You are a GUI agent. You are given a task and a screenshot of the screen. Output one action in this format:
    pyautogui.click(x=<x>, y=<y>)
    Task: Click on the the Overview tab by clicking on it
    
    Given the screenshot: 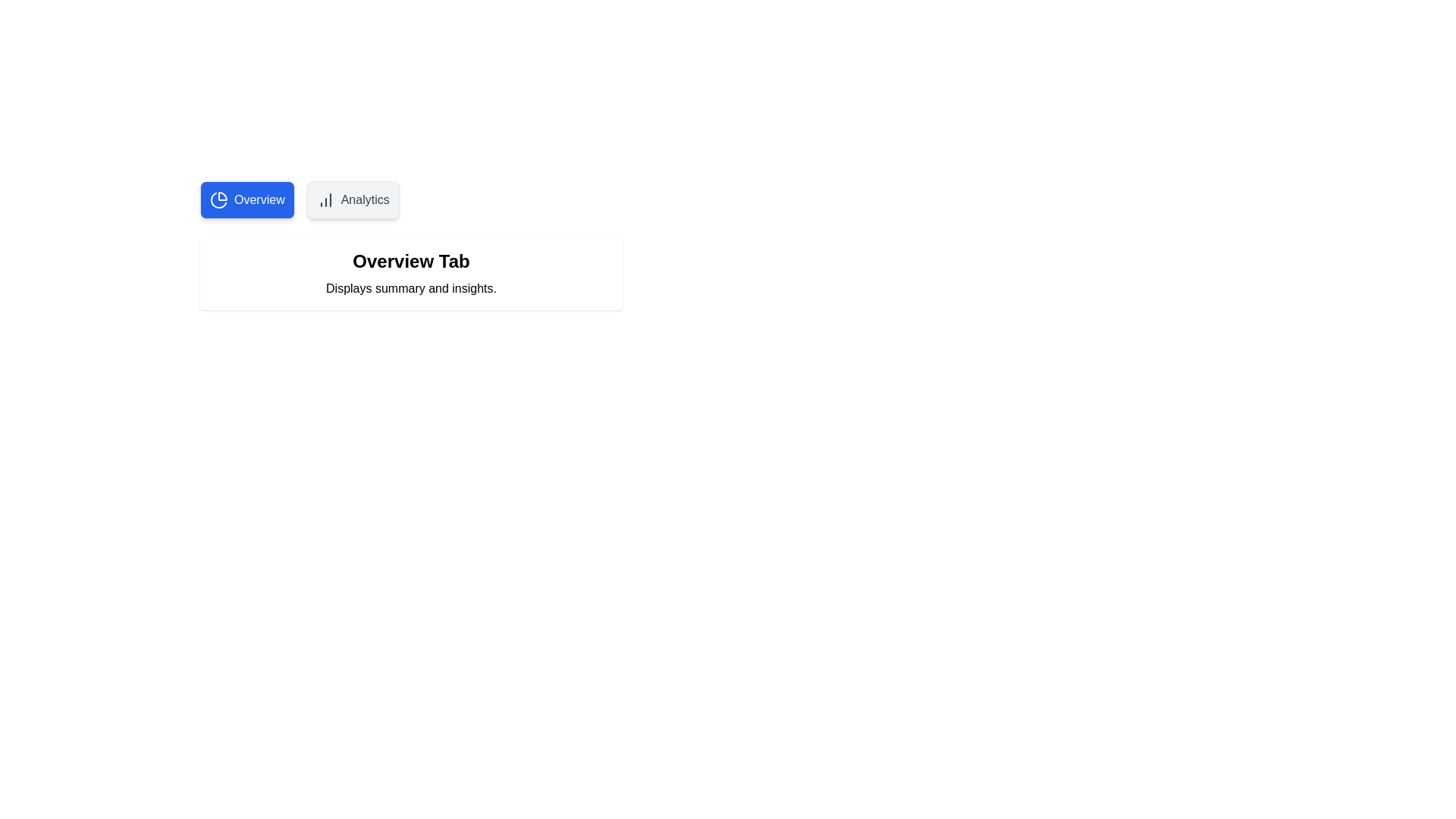 What is the action you would take?
    pyautogui.click(x=247, y=199)
    